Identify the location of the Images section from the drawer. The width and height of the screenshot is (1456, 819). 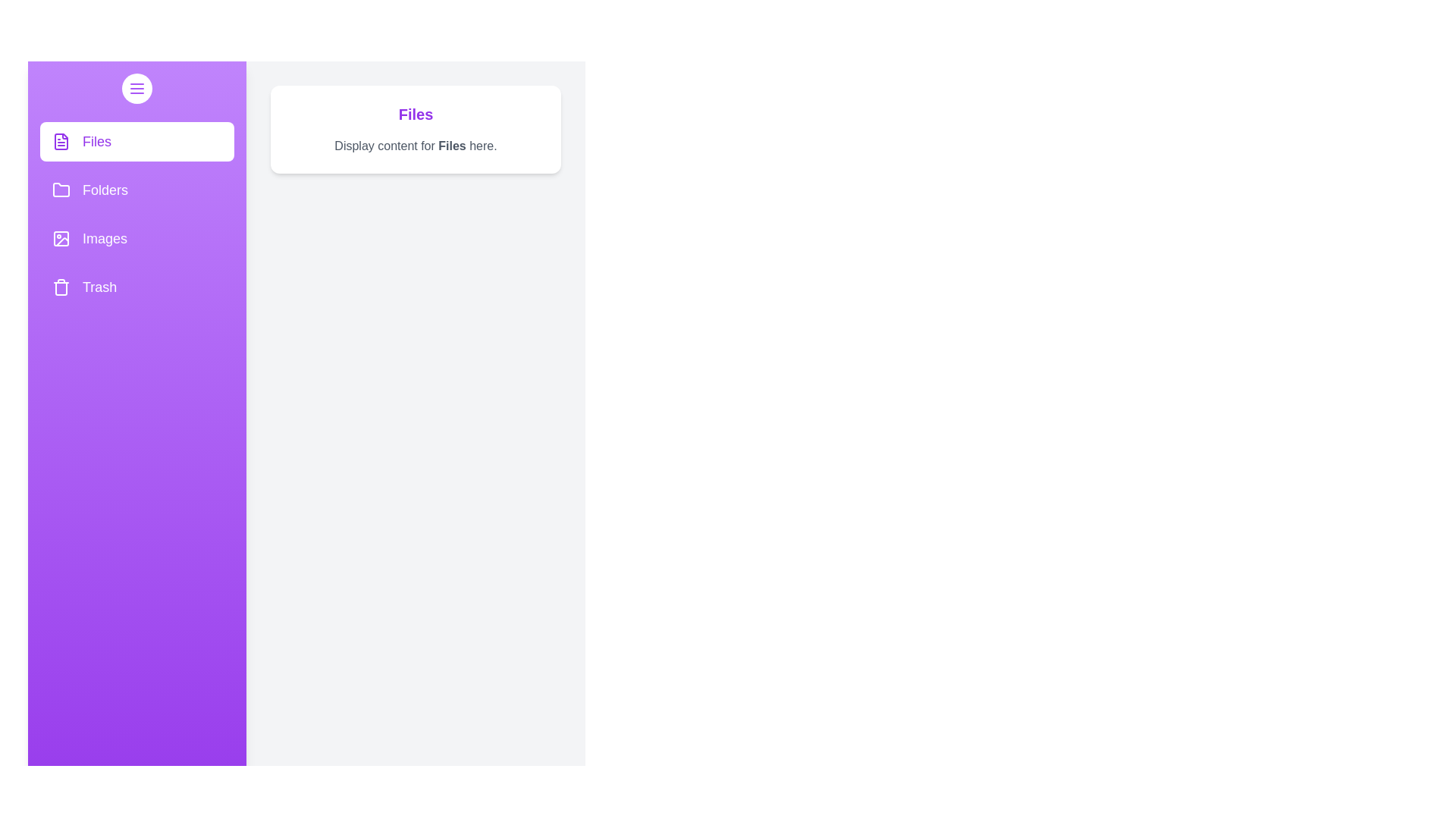
(137, 239).